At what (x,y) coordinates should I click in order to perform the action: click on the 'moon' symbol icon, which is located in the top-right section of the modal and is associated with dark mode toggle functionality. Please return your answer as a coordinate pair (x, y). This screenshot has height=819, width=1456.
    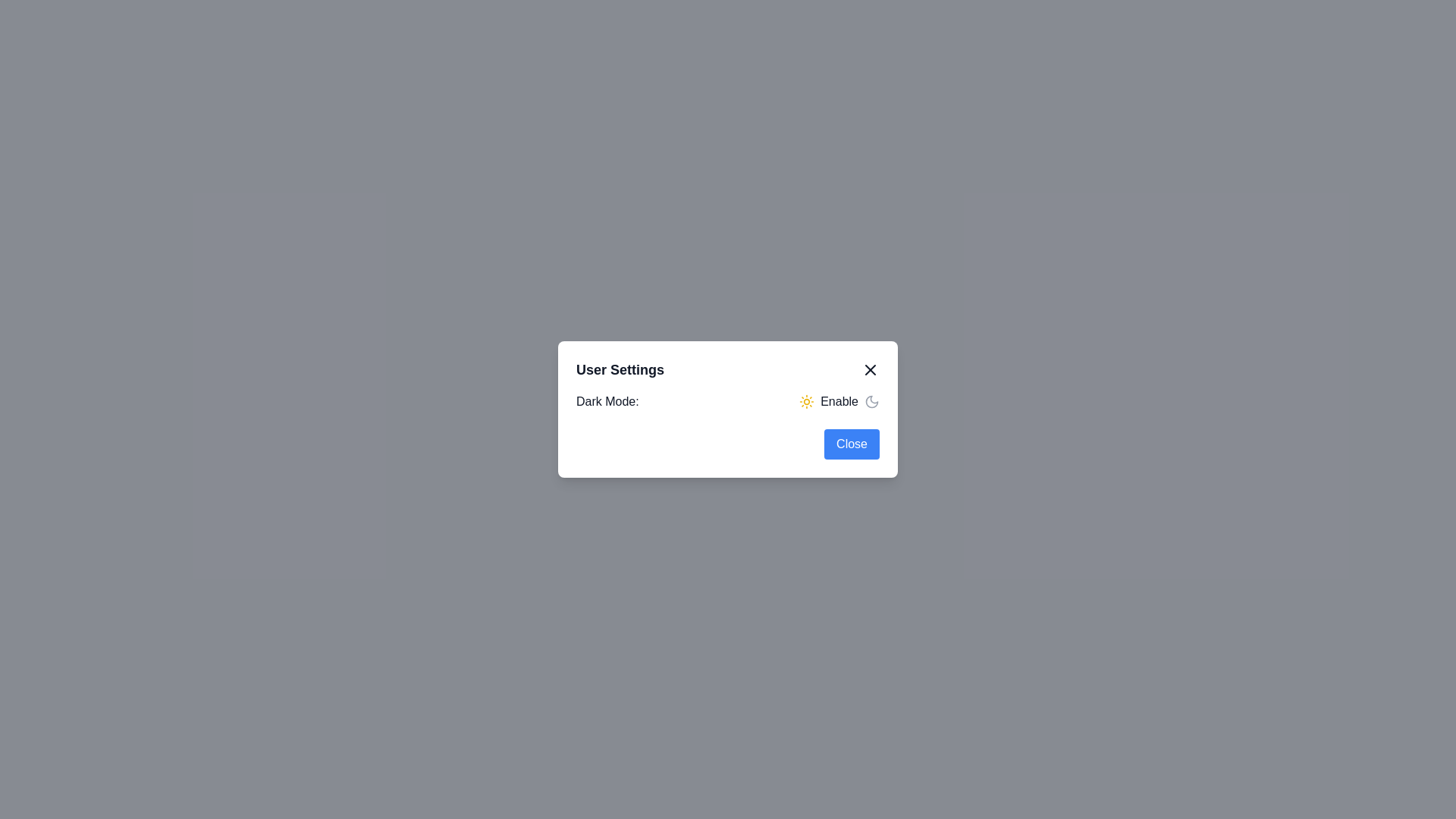
    Looking at the image, I should click on (872, 400).